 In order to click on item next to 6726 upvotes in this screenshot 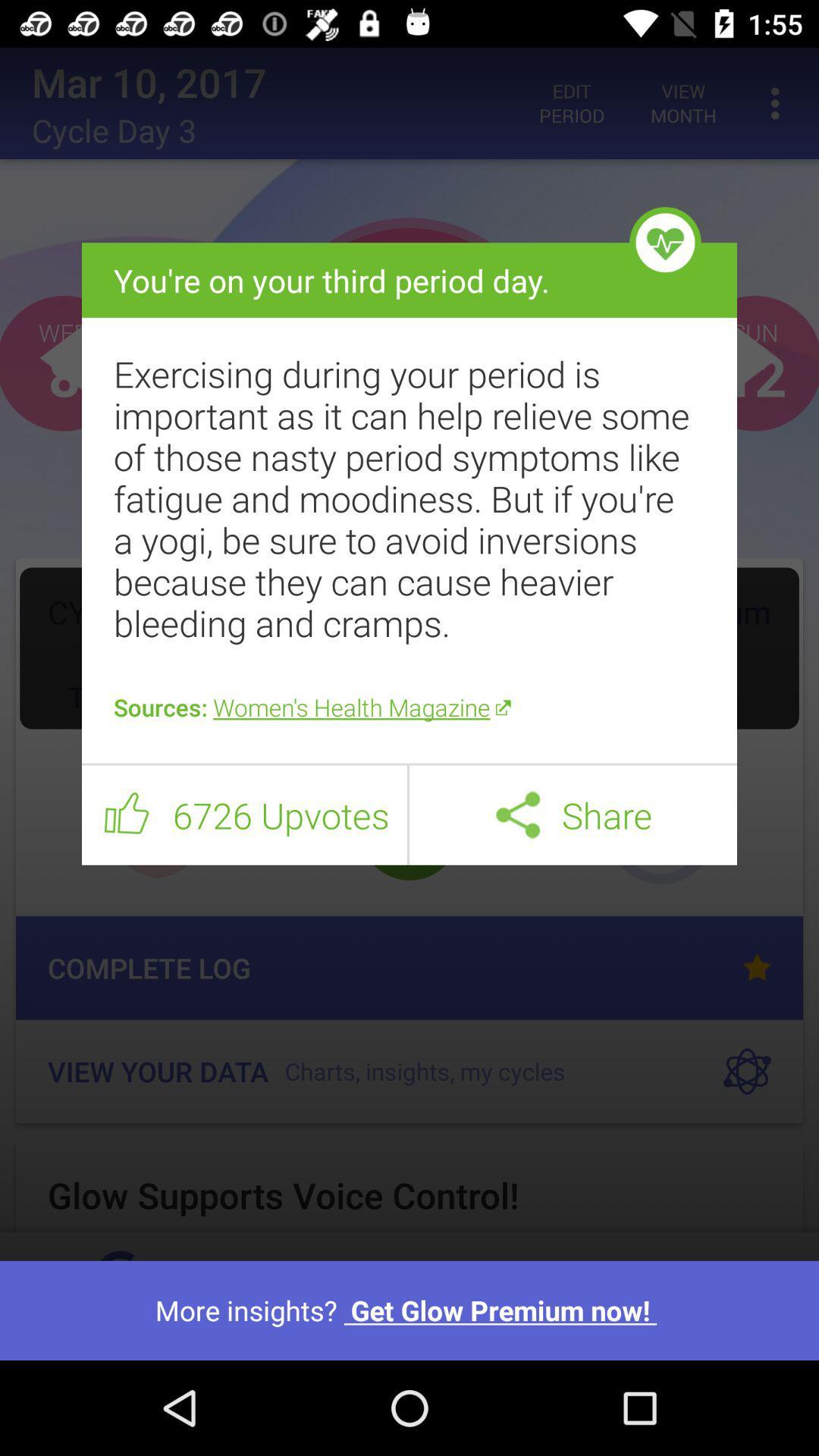, I will do `click(126, 814)`.